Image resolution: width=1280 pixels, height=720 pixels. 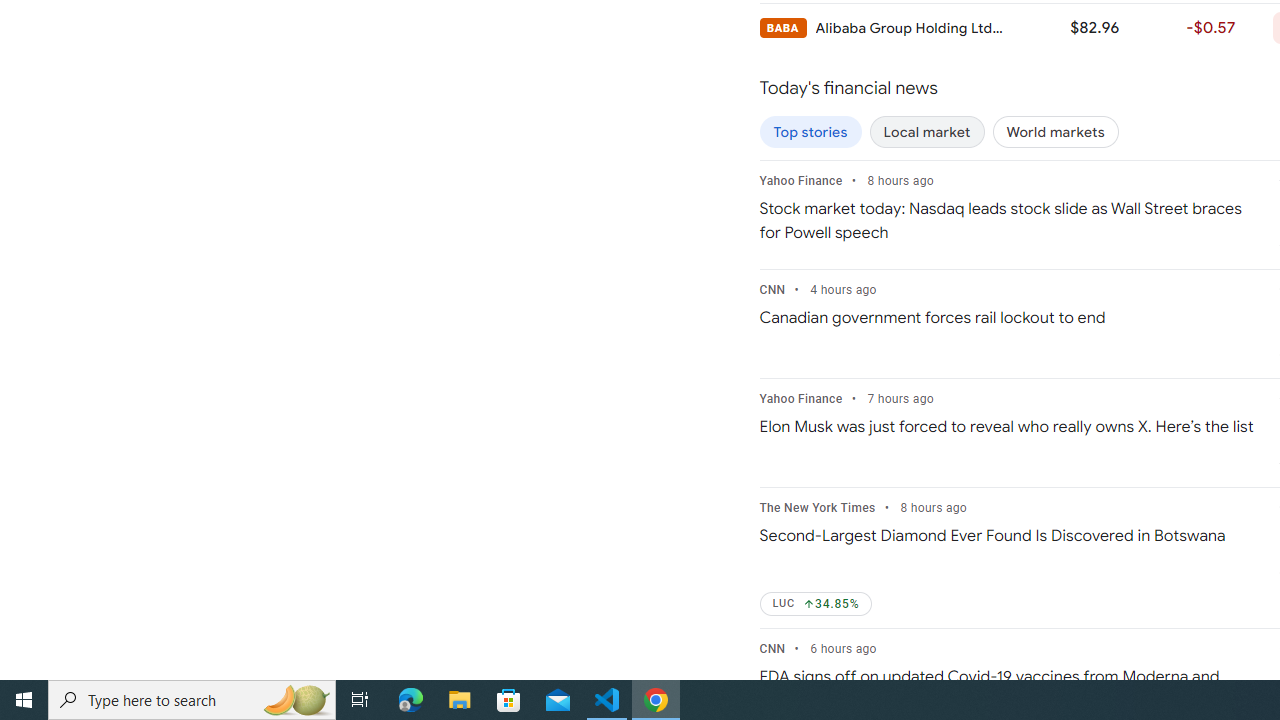 I want to click on 'LUC Up by 34.85%', so click(x=816, y=603).